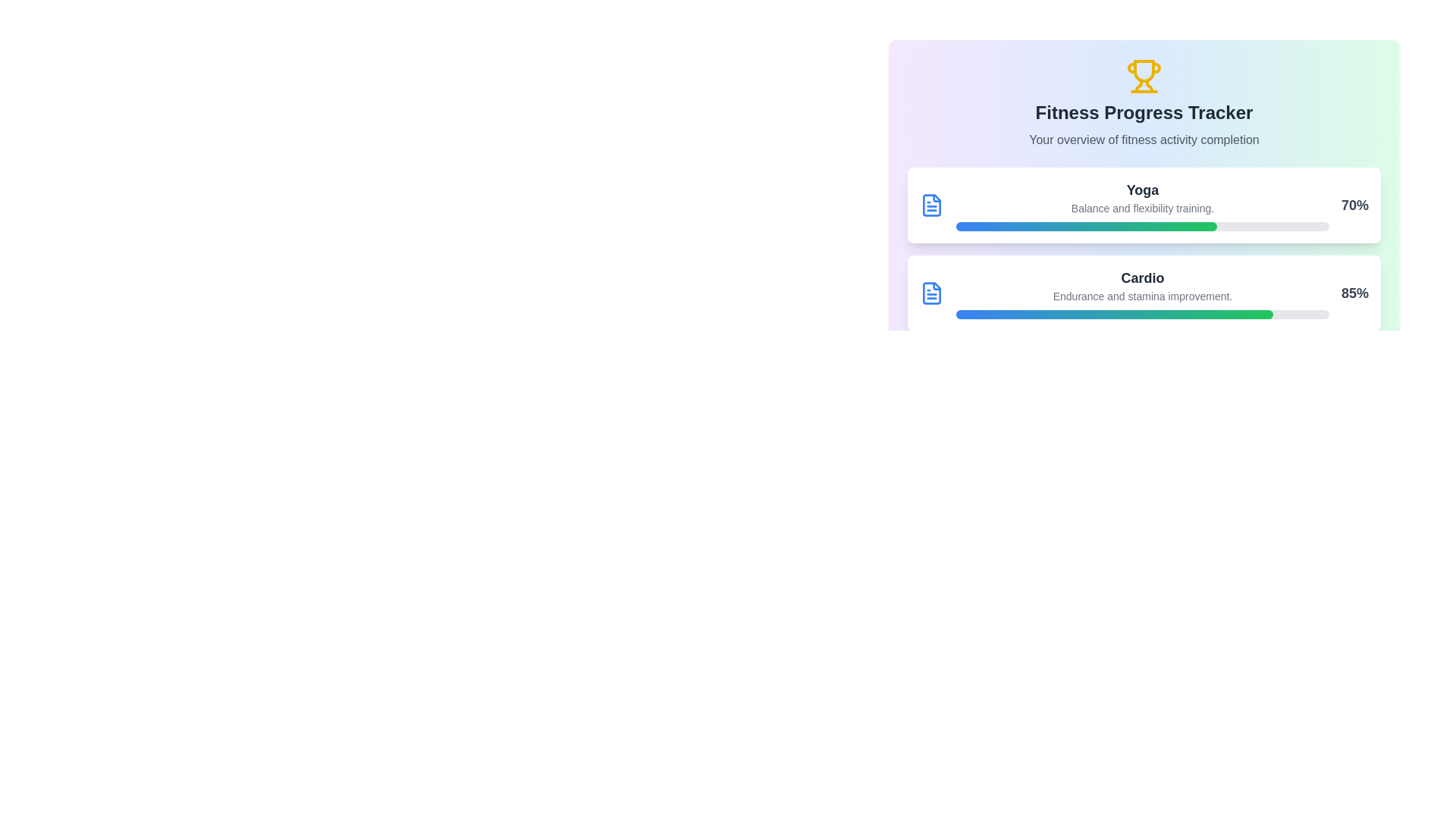  I want to click on the static text element displaying 'Balance and flexibility training.' located below the 'Yoga' heading in the fitness progress tracker, so click(1143, 208).